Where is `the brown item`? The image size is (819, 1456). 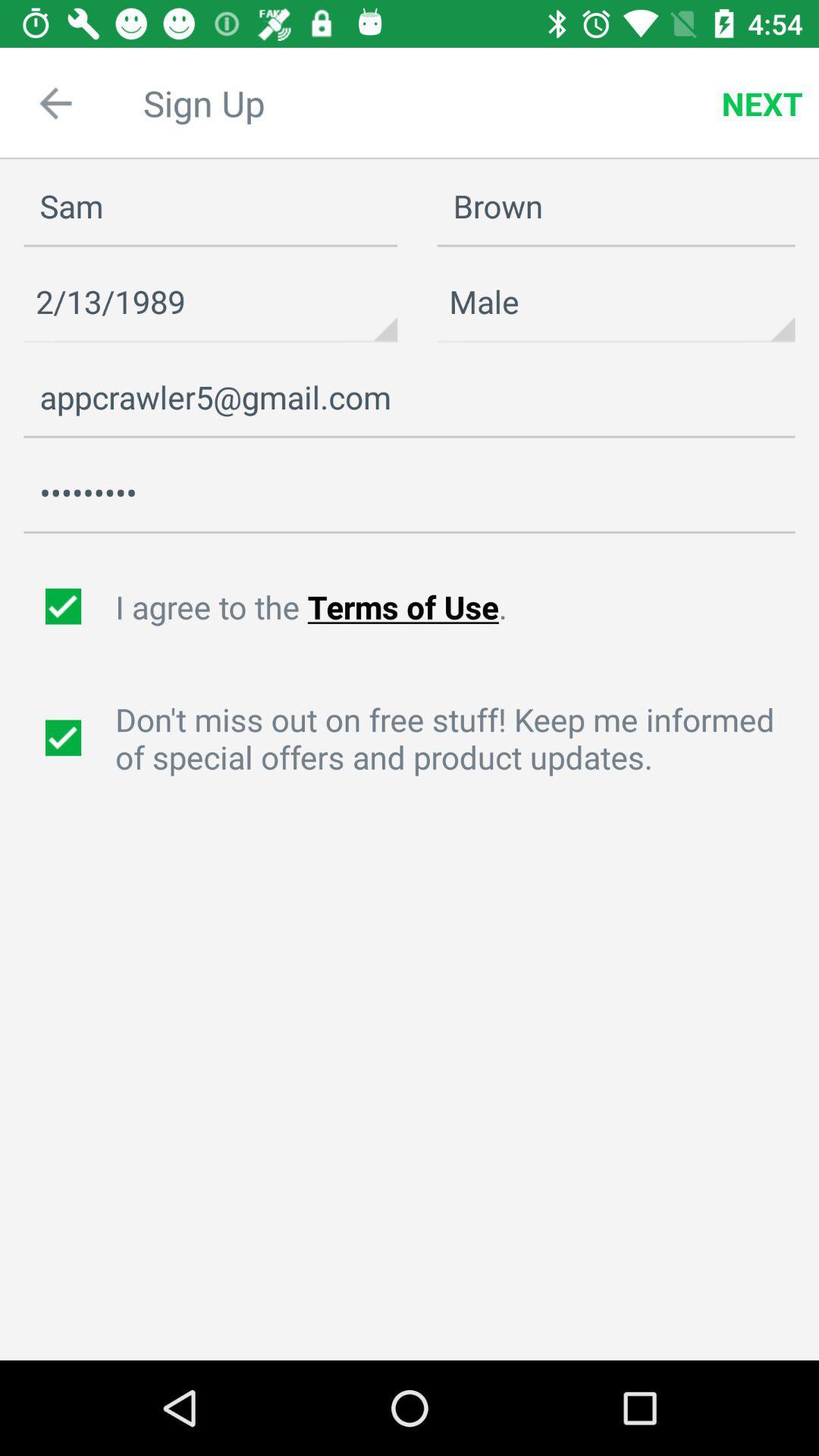
the brown item is located at coordinates (616, 206).